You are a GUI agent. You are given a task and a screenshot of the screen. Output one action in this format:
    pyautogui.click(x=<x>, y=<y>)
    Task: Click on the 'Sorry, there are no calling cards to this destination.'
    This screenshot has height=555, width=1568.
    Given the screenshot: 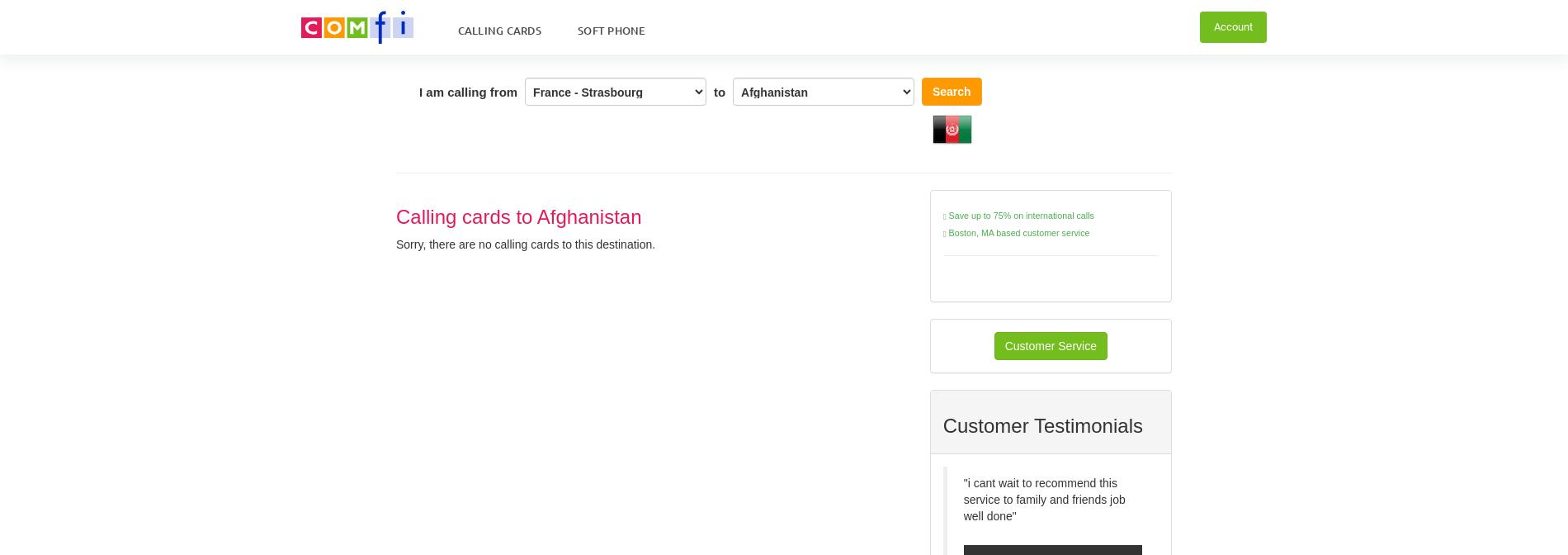 What is the action you would take?
    pyautogui.click(x=526, y=244)
    